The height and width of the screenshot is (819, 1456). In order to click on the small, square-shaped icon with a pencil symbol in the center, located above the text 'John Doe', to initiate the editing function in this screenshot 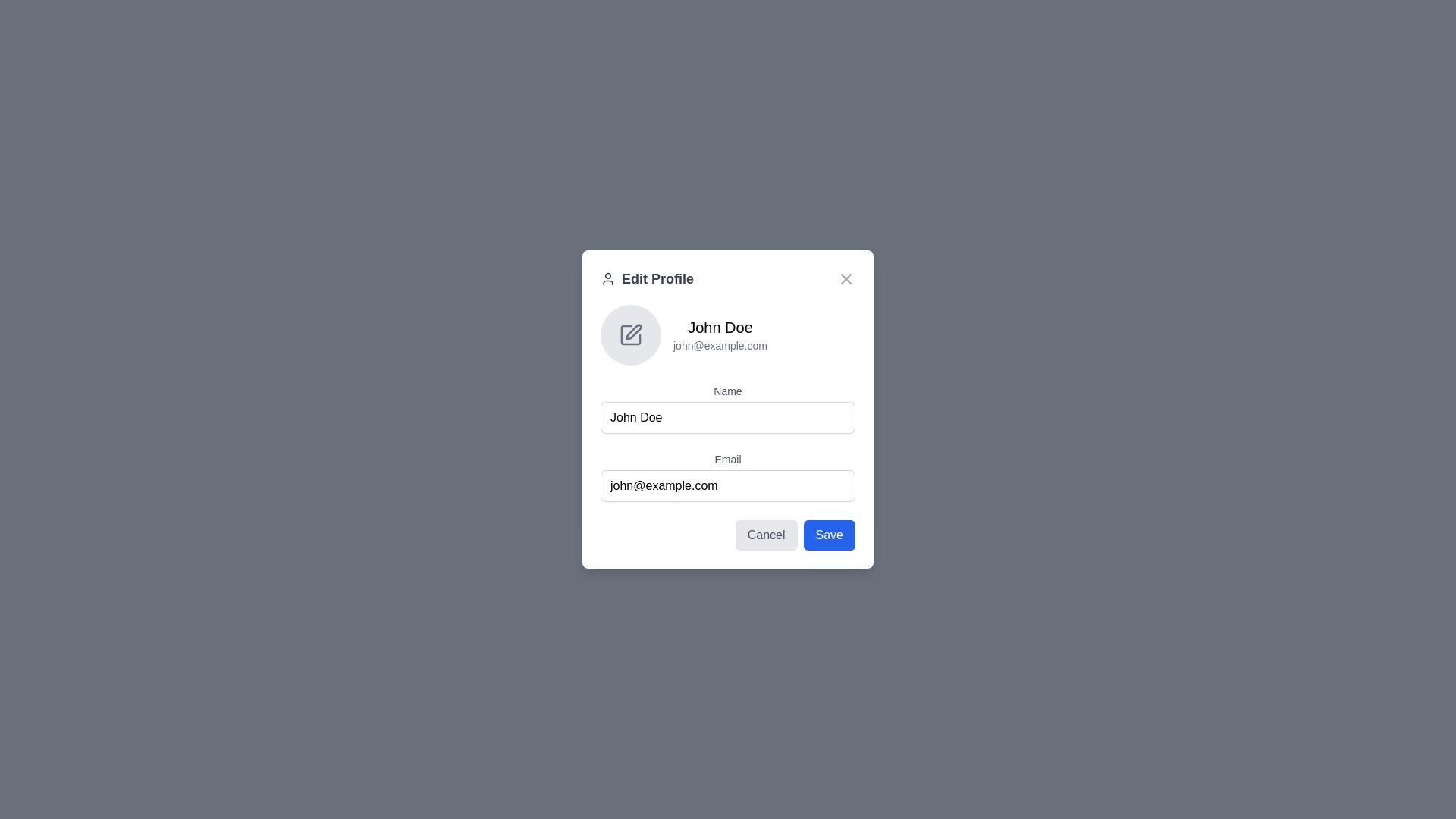, I will do `click(630, 334)`.